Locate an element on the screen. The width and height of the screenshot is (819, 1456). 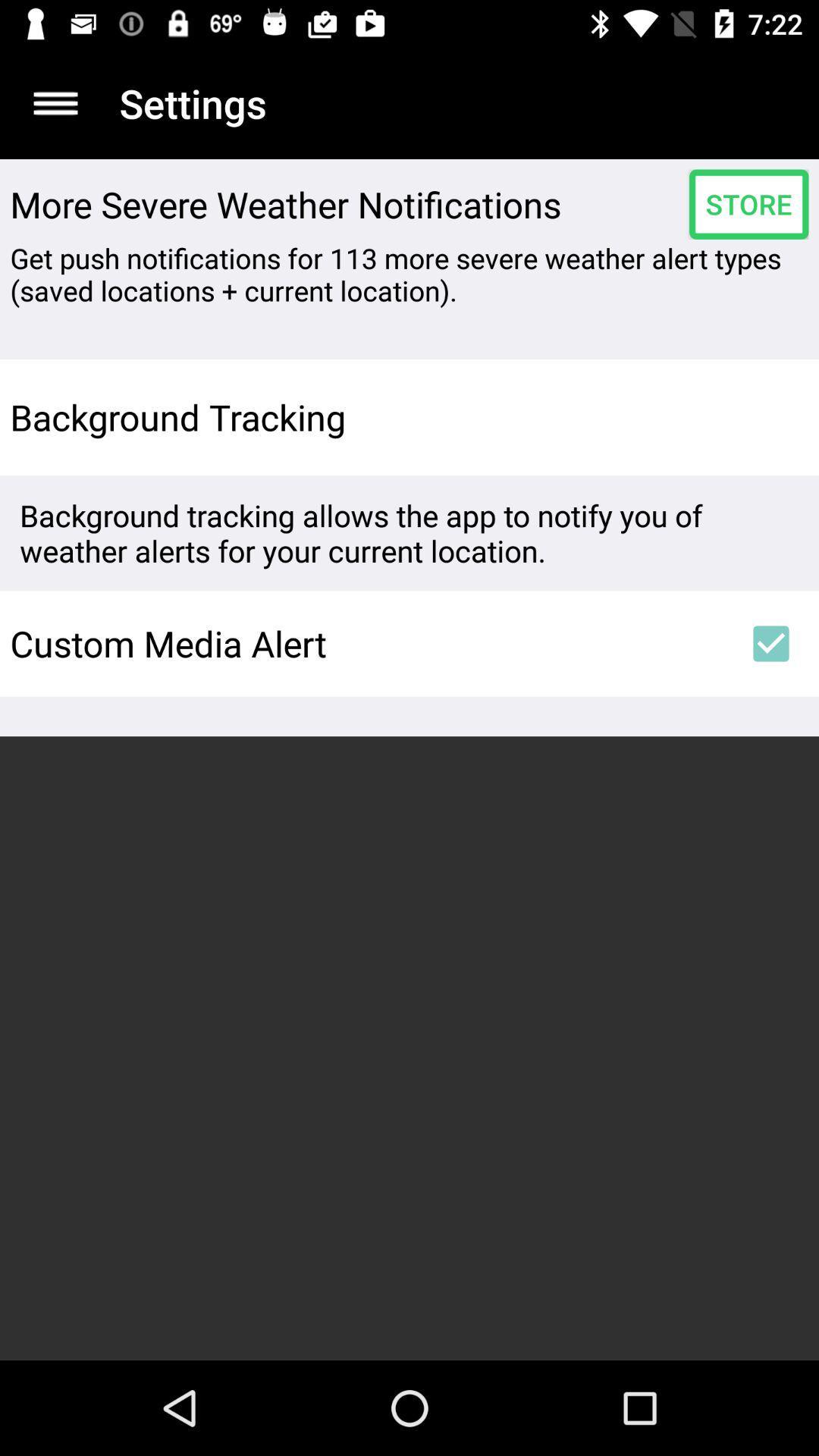
the icon below the background tracking allows item is located at coordinates (771, 644).